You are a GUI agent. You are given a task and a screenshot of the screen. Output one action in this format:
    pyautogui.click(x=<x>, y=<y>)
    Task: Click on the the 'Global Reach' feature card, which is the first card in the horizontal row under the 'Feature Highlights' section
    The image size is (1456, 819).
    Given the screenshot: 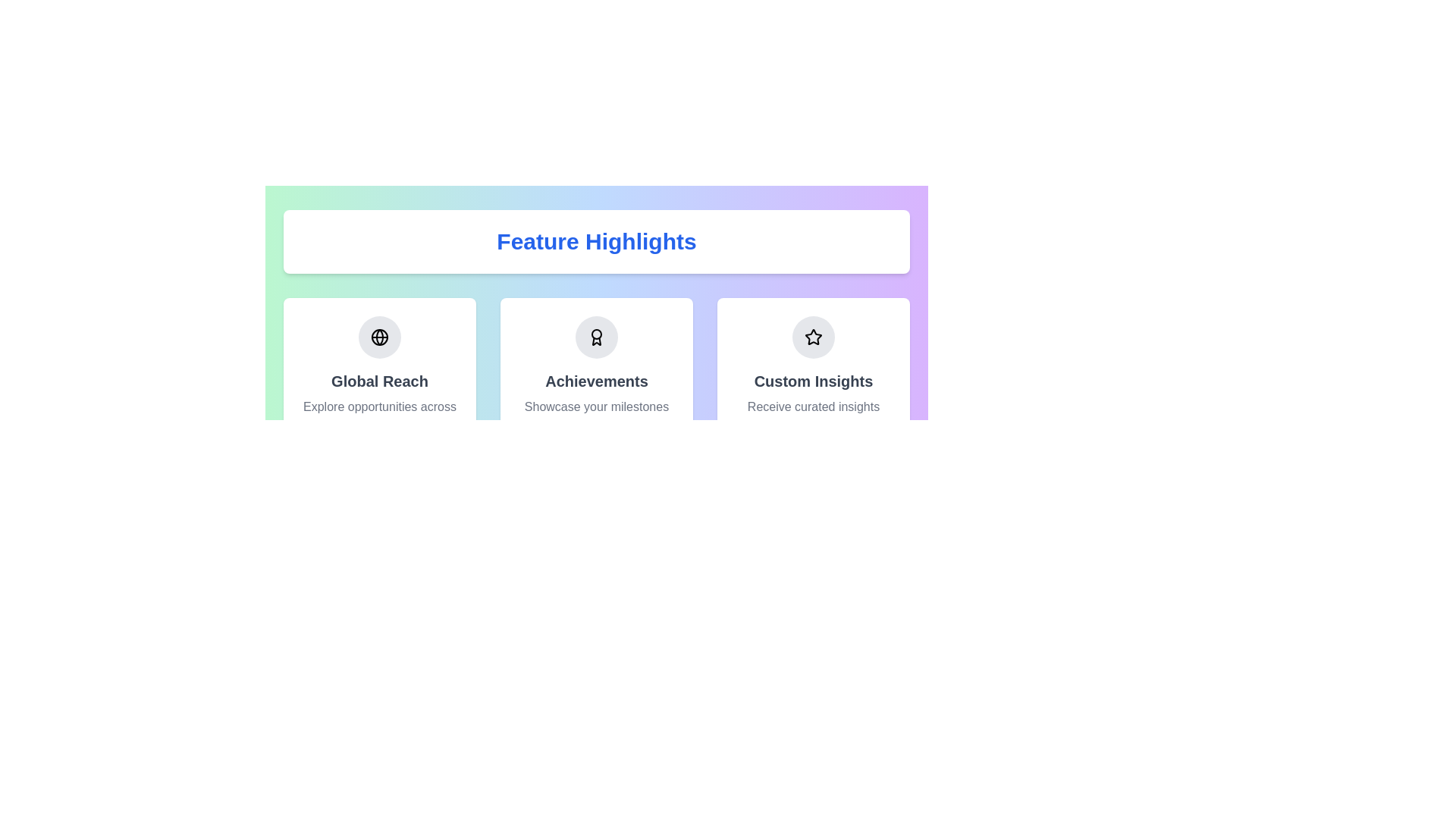 What is the action you would take?
    pyautogui.click(x=379, y=383)
    